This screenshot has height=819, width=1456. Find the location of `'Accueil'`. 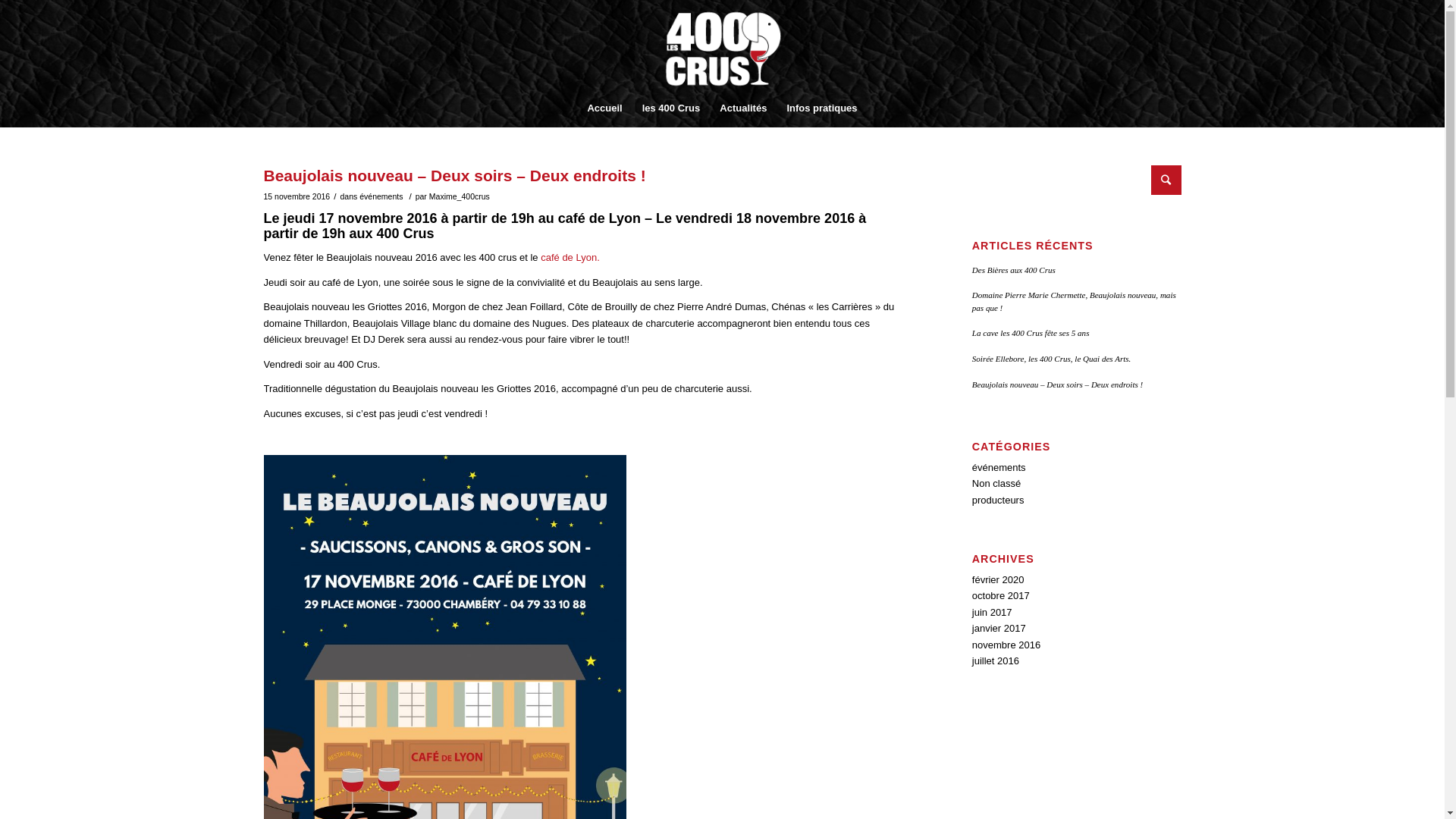

'Accueil' is located at coordinates (603, 107).